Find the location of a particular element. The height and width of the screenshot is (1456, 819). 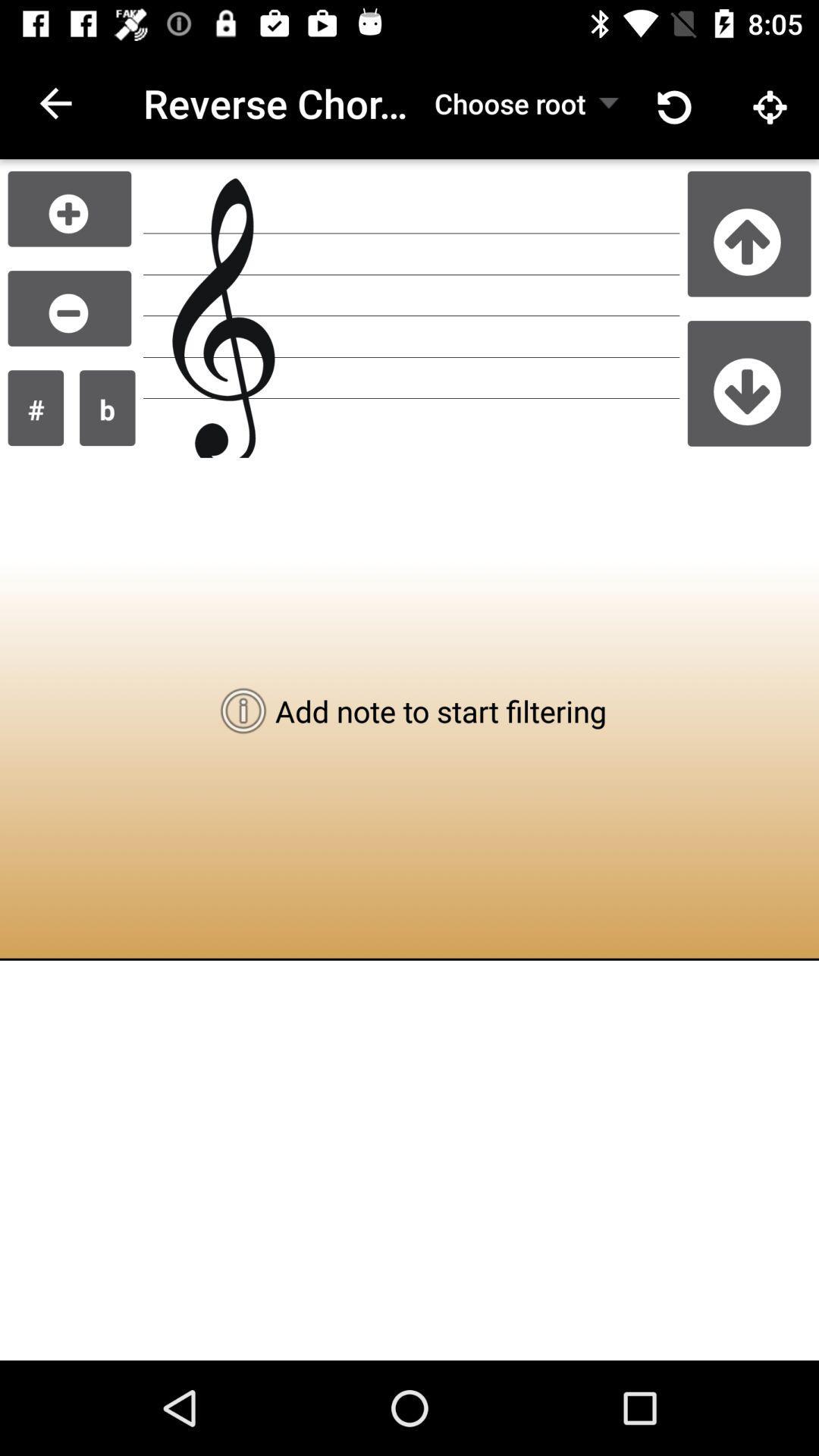

zoom out is located at coordinates (69, 307).